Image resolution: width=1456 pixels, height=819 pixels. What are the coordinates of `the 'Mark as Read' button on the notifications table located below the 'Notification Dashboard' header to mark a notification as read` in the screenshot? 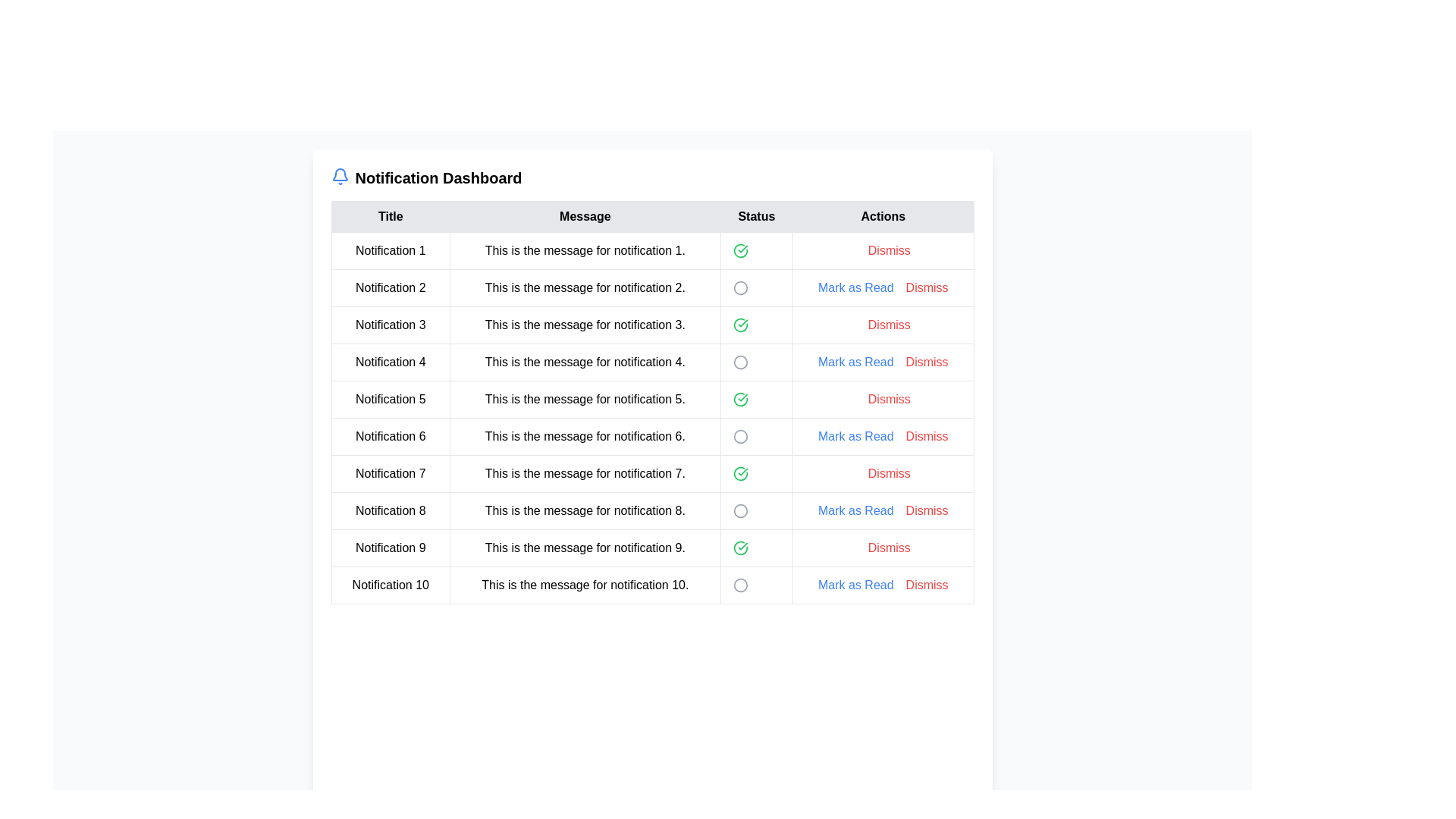 It's located at (652, 402).